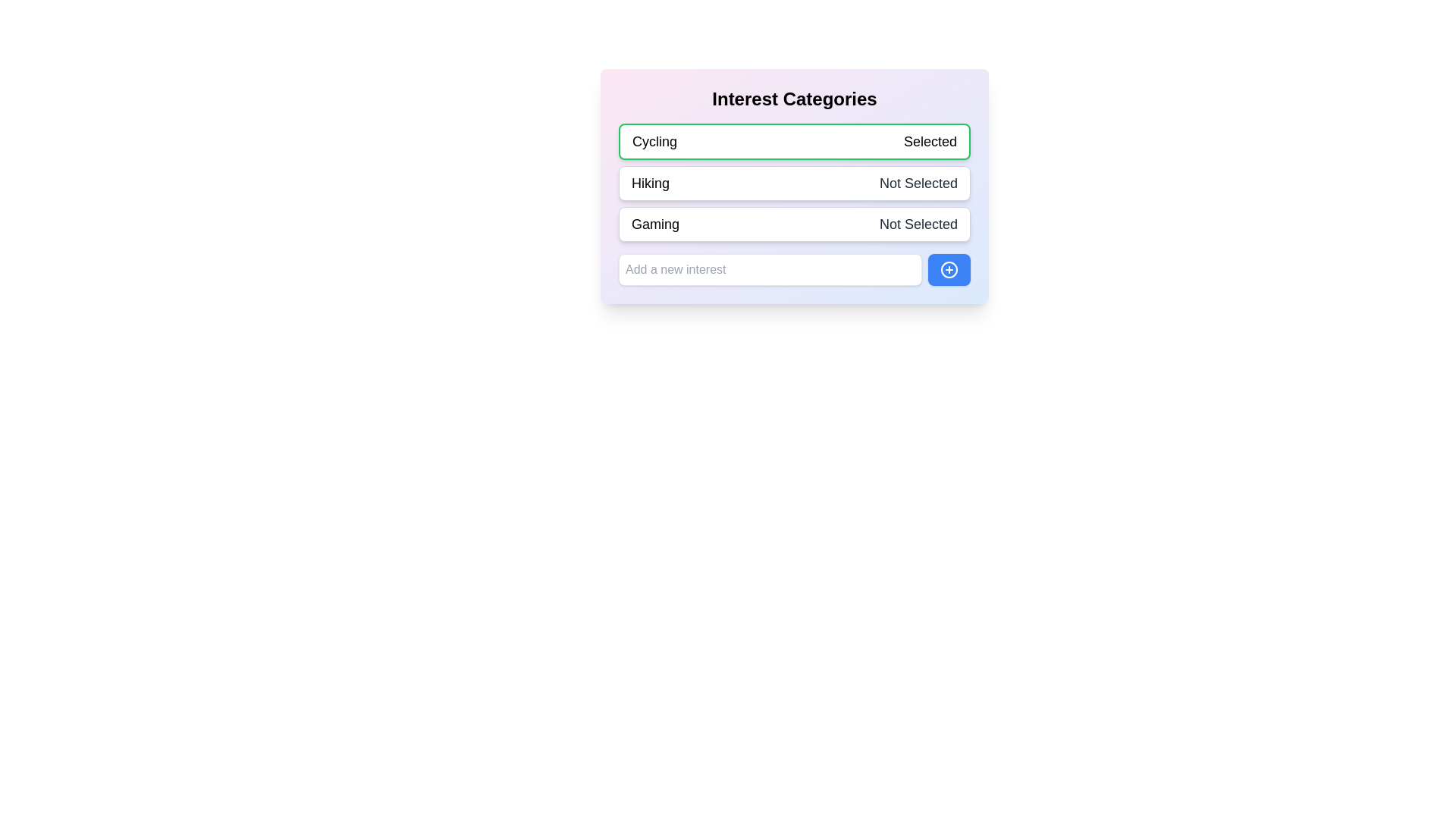 The height and width of the screenshot is (819, 1456). Describe the element at coordinates (949, 268) in the screenshot. I see `the add button to trigger the addition of a new interest` at that location.